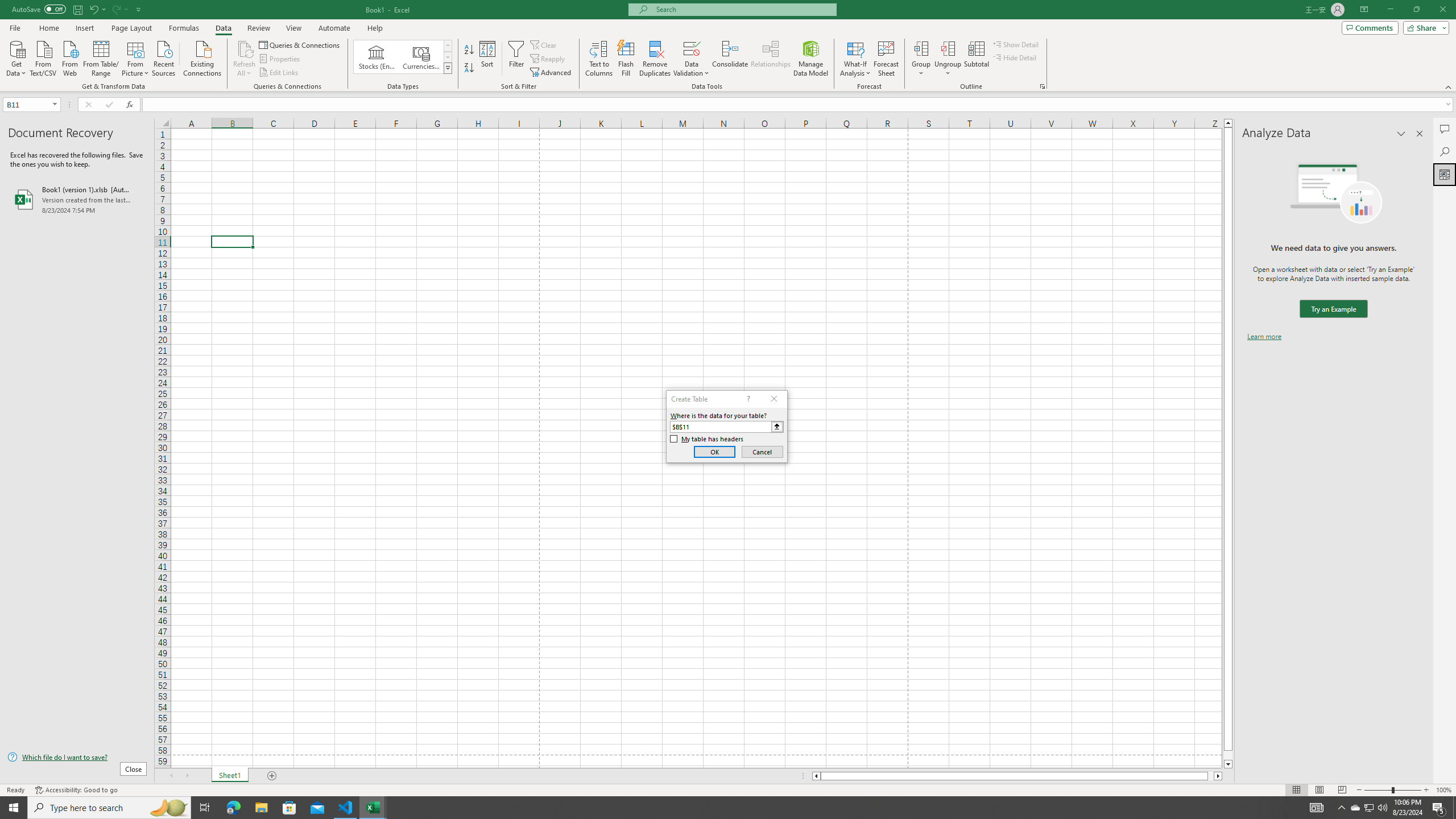 Image resolution: width=1456 pixels, height=819 pixels. Describe the element at coordinates (655, 59) in the screenshot. I see `'Remove Duplicates'` at that location.